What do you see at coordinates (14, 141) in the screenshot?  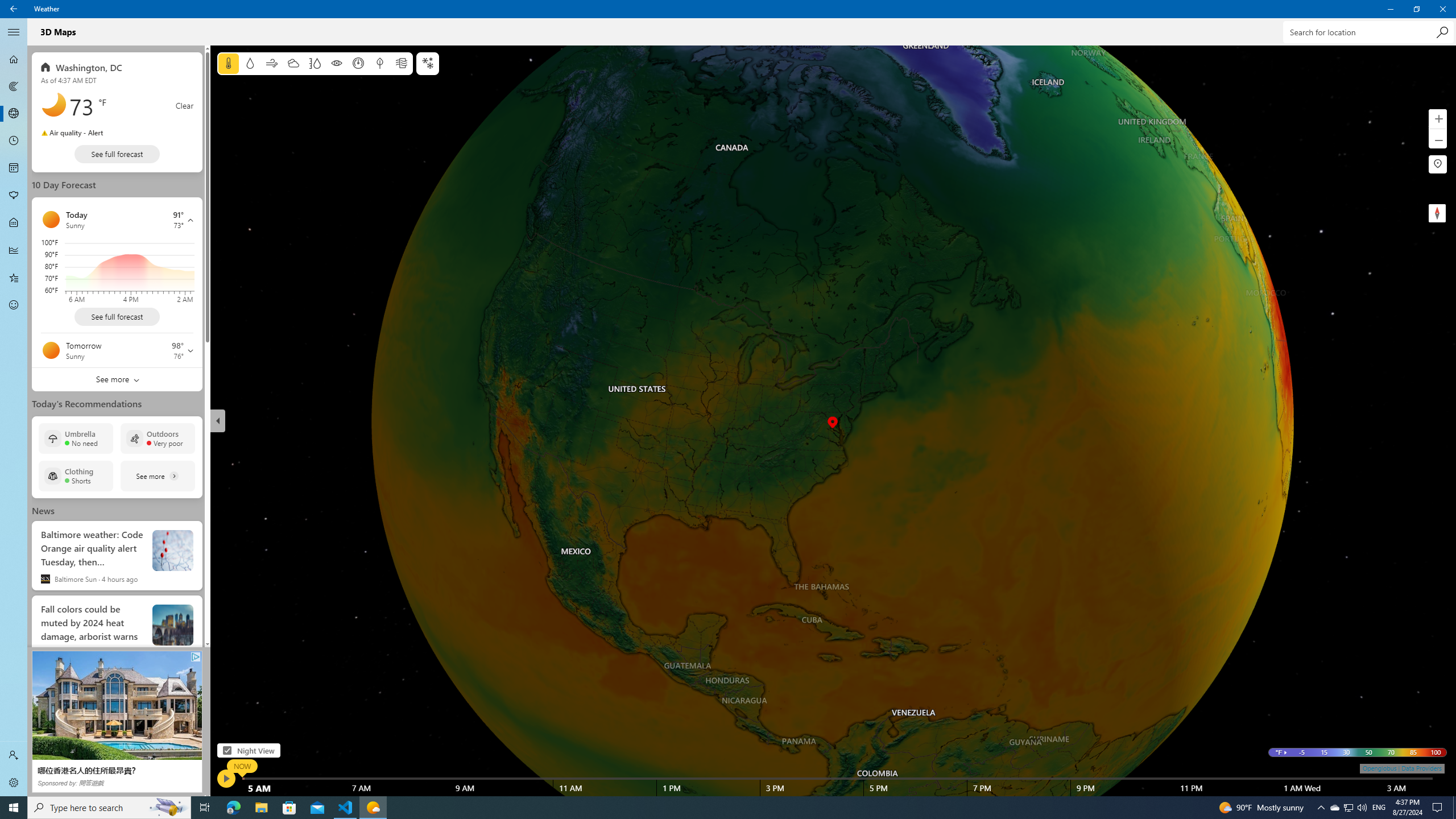 I see `'Hourly Forecast - Not Selected'` at bounding box center [14, 141].